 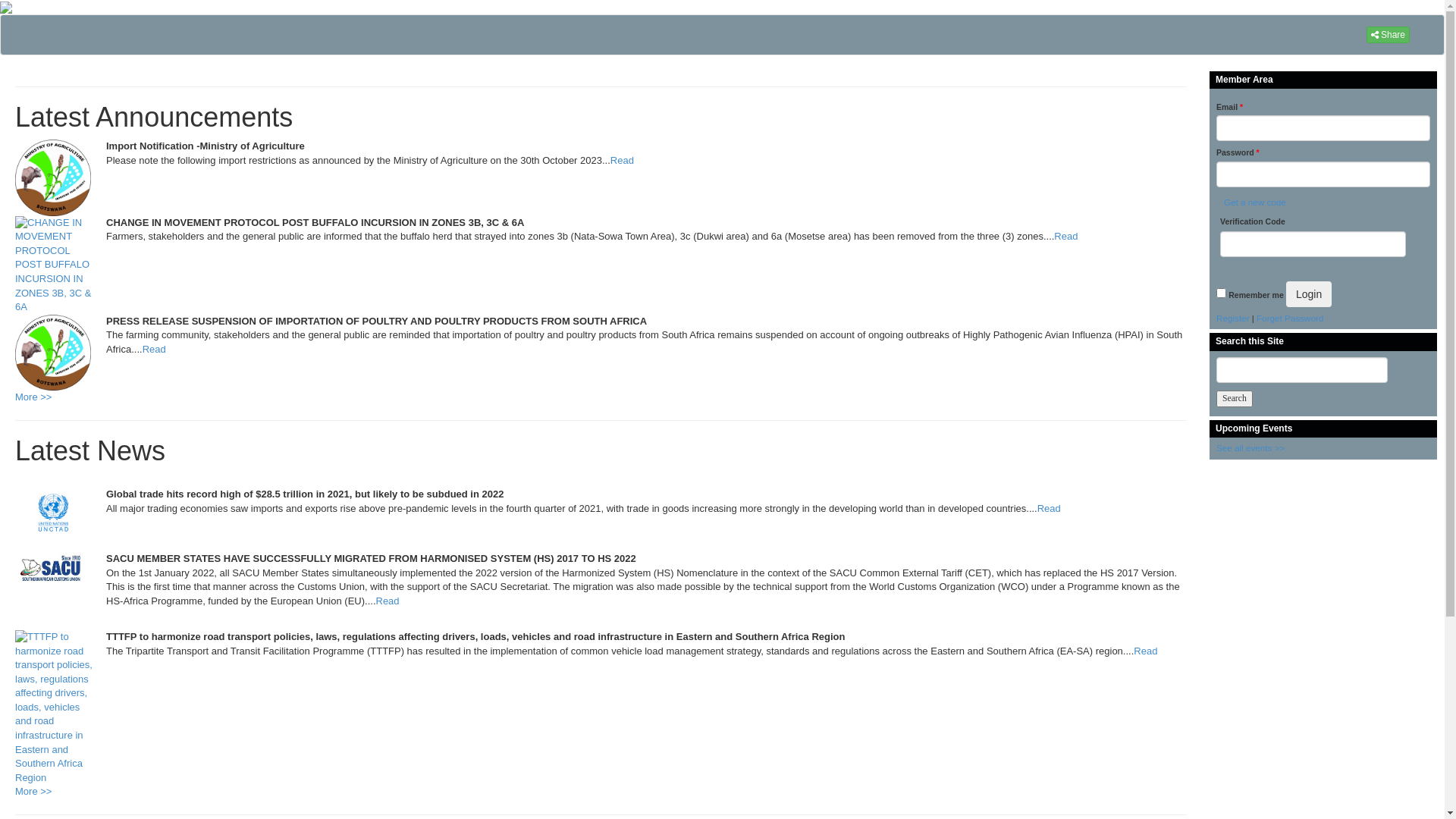 What do you see at coordinates (1065, 236) in the screenshot?
I see `'Read'` at bounding box center [1065, 236].